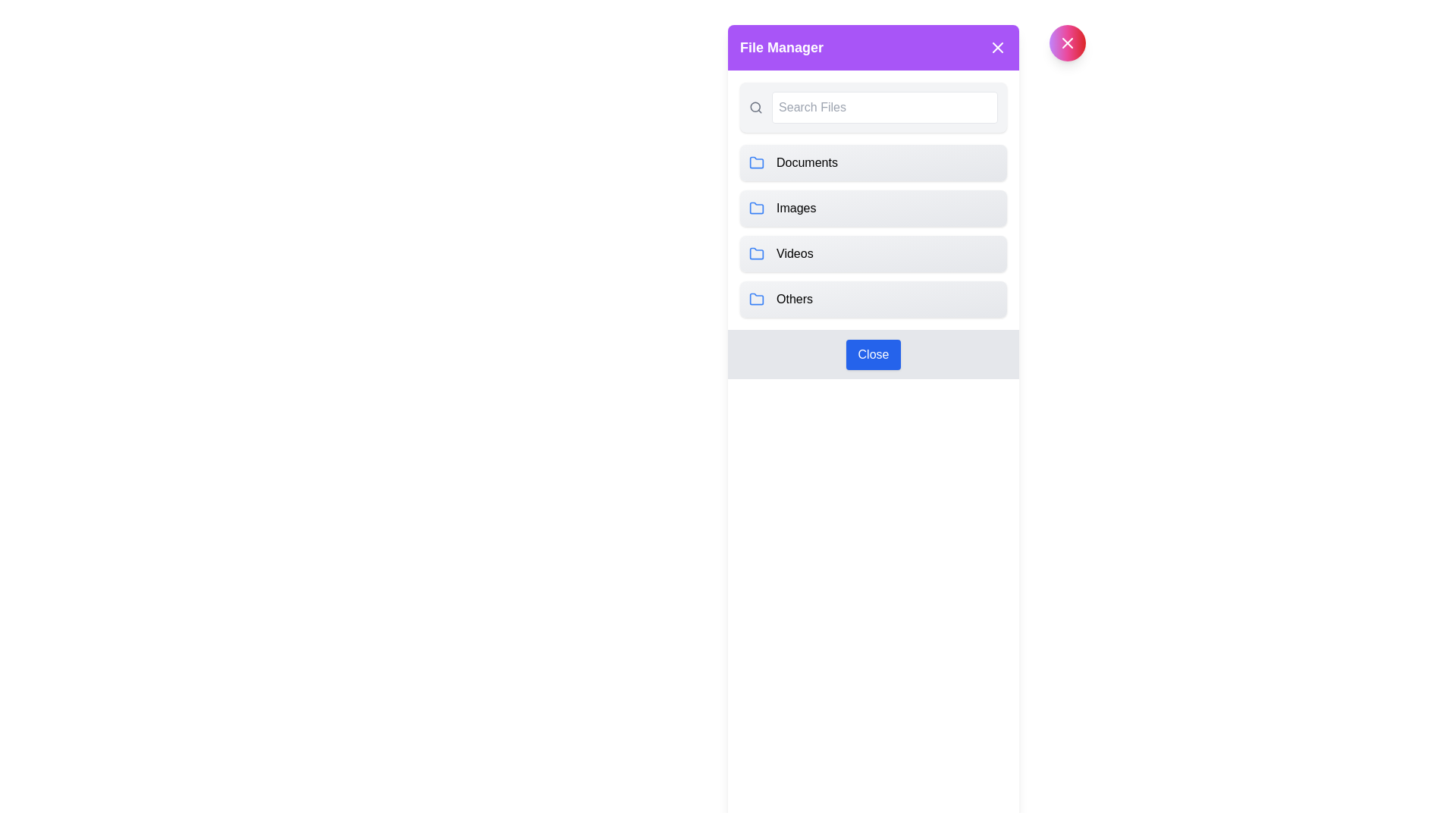 This screenshot has width=1456, height=819. What do you see at coordinates (757, 299) in the screenshot?
I see `the 'Others' folder icon located in the last card of the vertical stack in the file manager interface` at bounding box center [757, 299].